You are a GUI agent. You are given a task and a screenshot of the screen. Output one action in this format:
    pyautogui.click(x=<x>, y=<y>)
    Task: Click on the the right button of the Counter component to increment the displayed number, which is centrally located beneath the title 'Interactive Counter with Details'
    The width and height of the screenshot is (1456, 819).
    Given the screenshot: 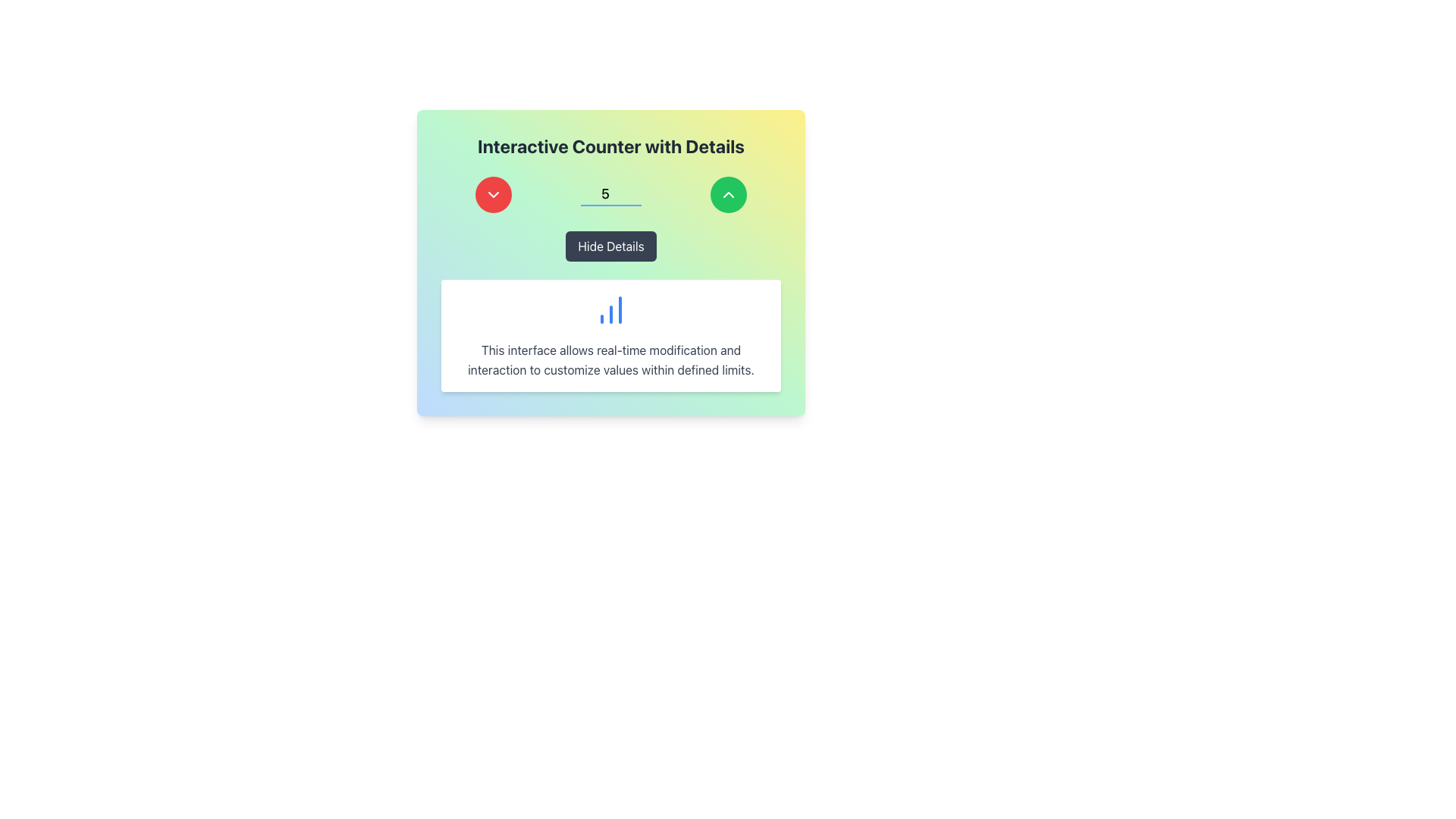 What is the action you would take?
    pyautogui.click(x=611, y=194)
    